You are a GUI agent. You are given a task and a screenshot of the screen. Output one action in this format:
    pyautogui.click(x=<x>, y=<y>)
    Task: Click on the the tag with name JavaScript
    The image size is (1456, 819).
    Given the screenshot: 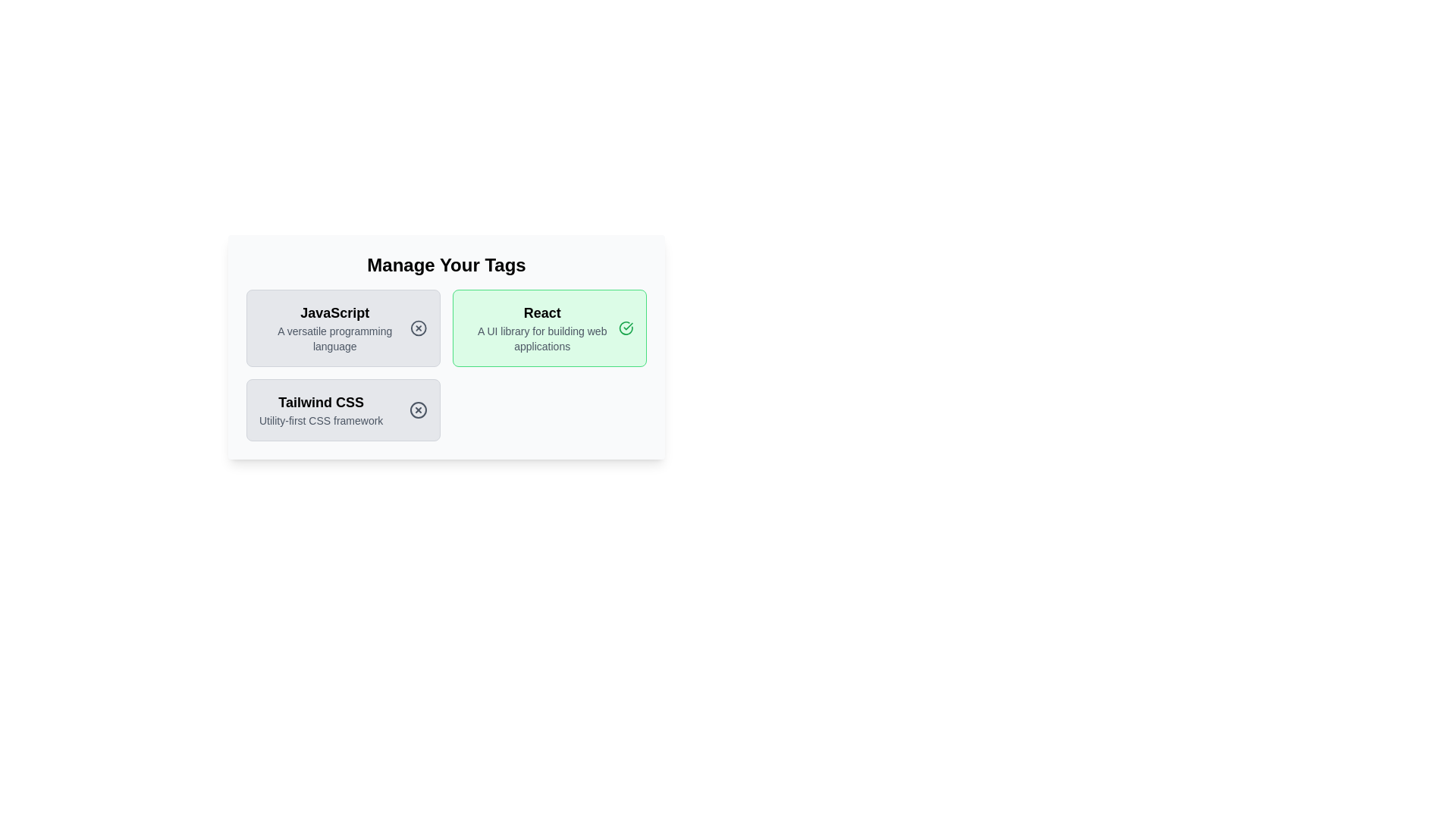 What is the action you would take?
    pyautogui.click(x=342, y=327)
    